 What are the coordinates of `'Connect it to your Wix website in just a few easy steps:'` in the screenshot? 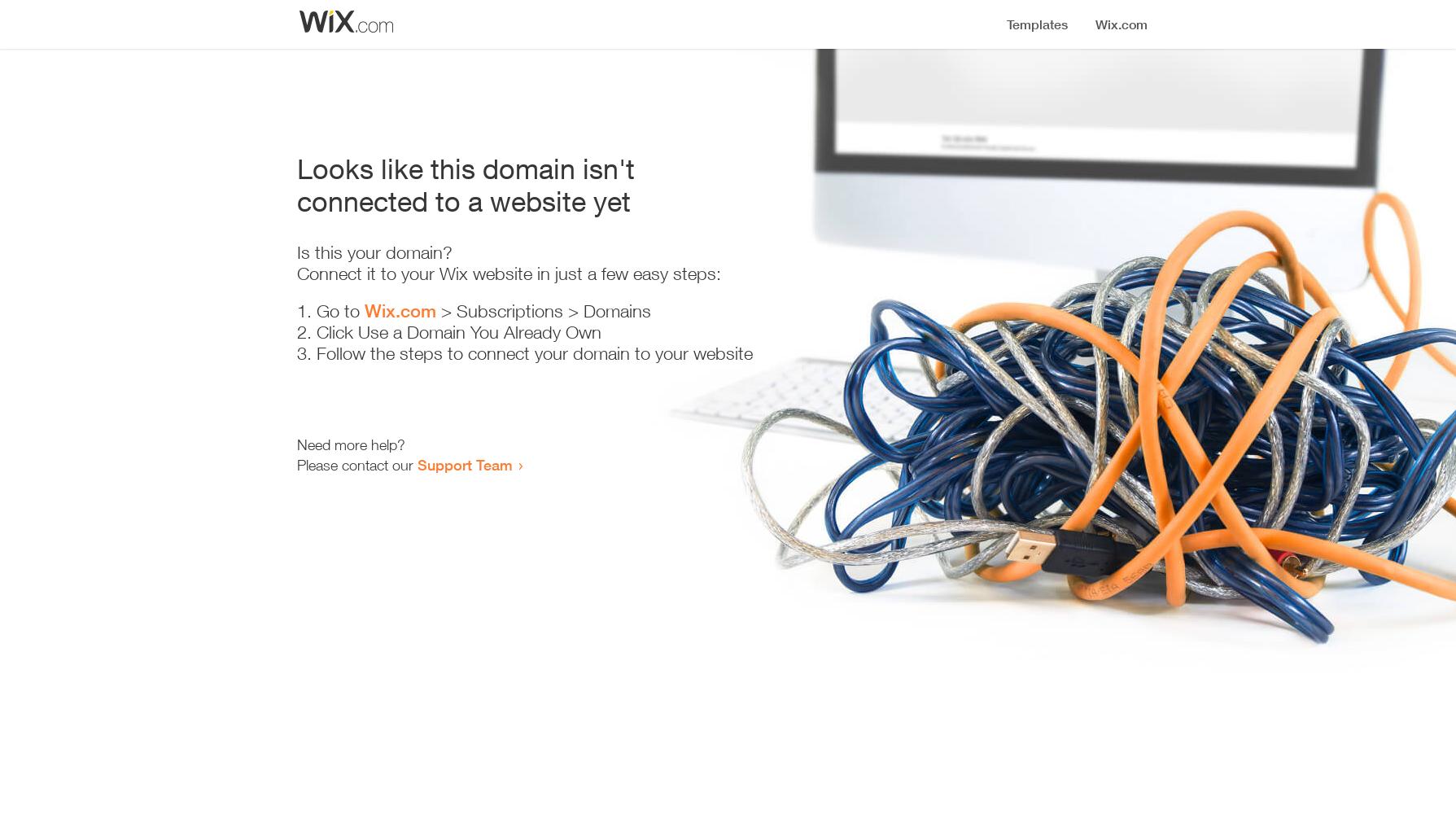 It's located at (508, 273).